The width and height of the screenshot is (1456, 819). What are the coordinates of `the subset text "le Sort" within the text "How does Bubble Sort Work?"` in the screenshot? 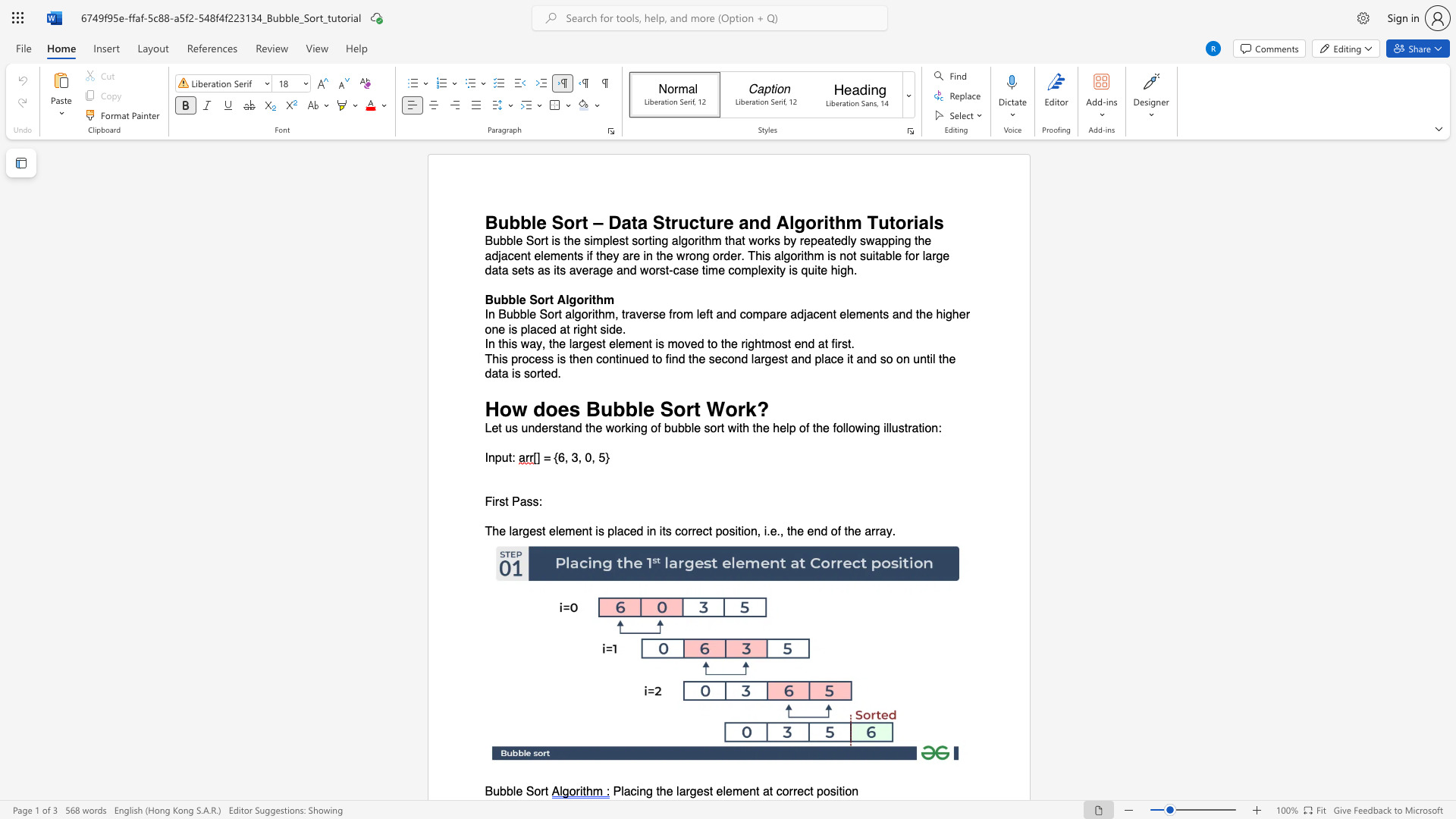 It's located at (637, 408).